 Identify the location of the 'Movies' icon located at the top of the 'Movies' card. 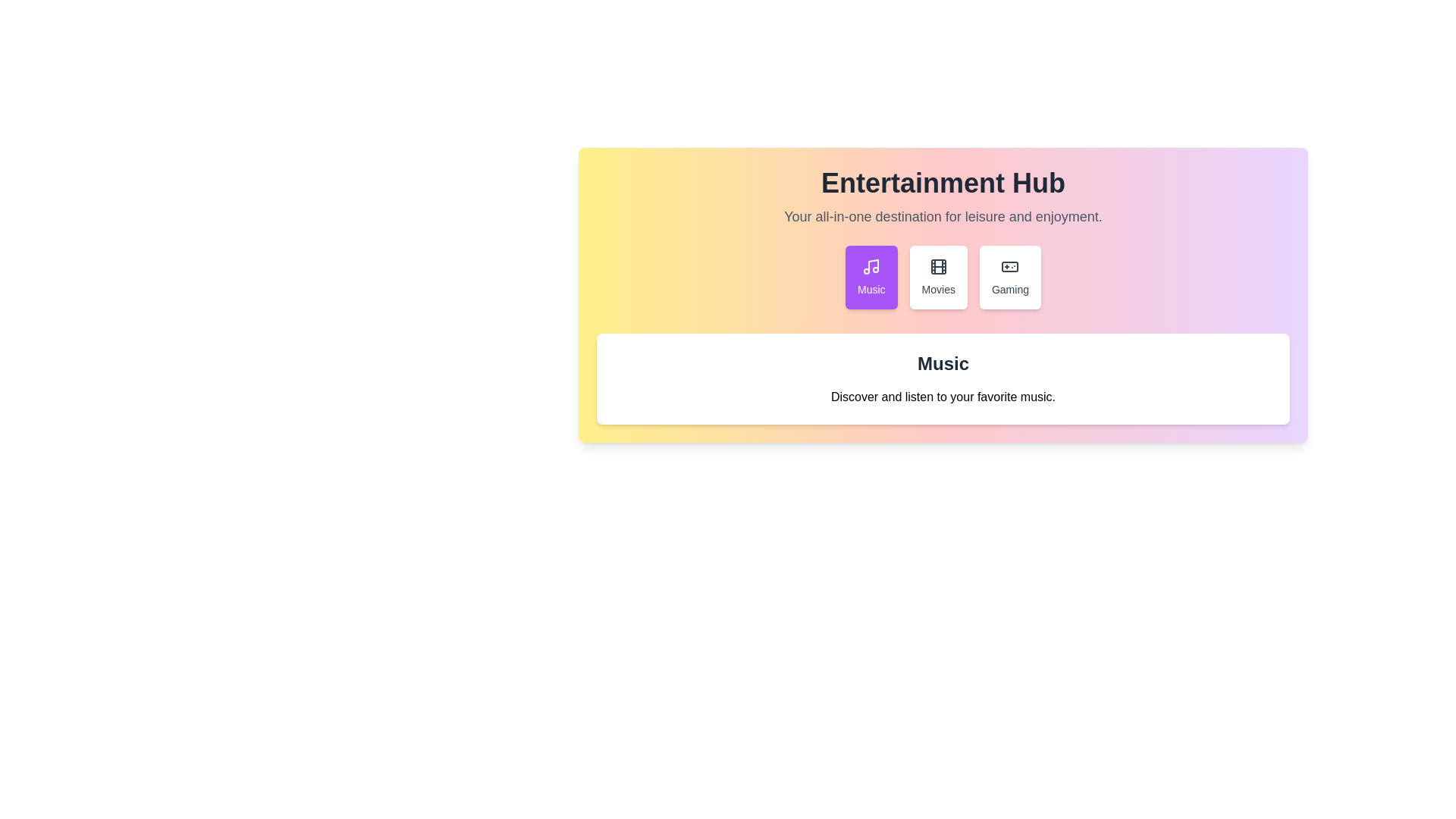
(937, 265).